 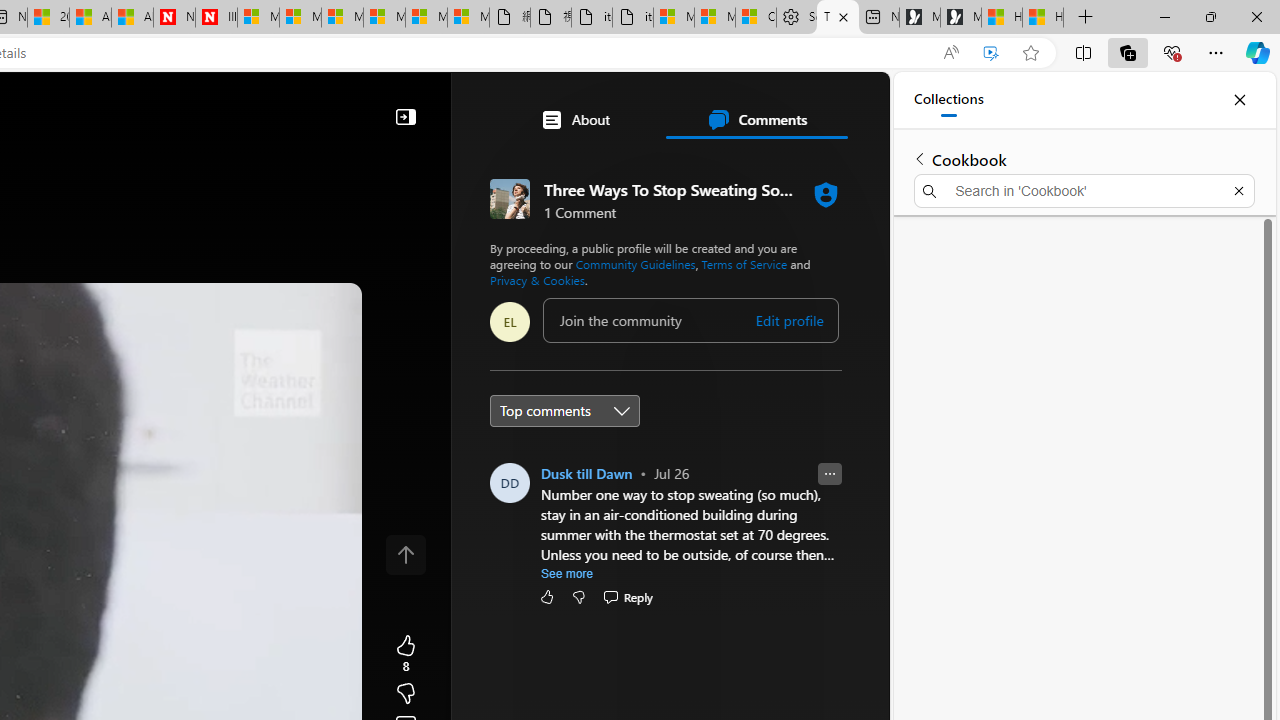 What do you see at coordinates (830, 474) in the screenshot?
I see `'Report comment'` at bounding box center [830, 474].